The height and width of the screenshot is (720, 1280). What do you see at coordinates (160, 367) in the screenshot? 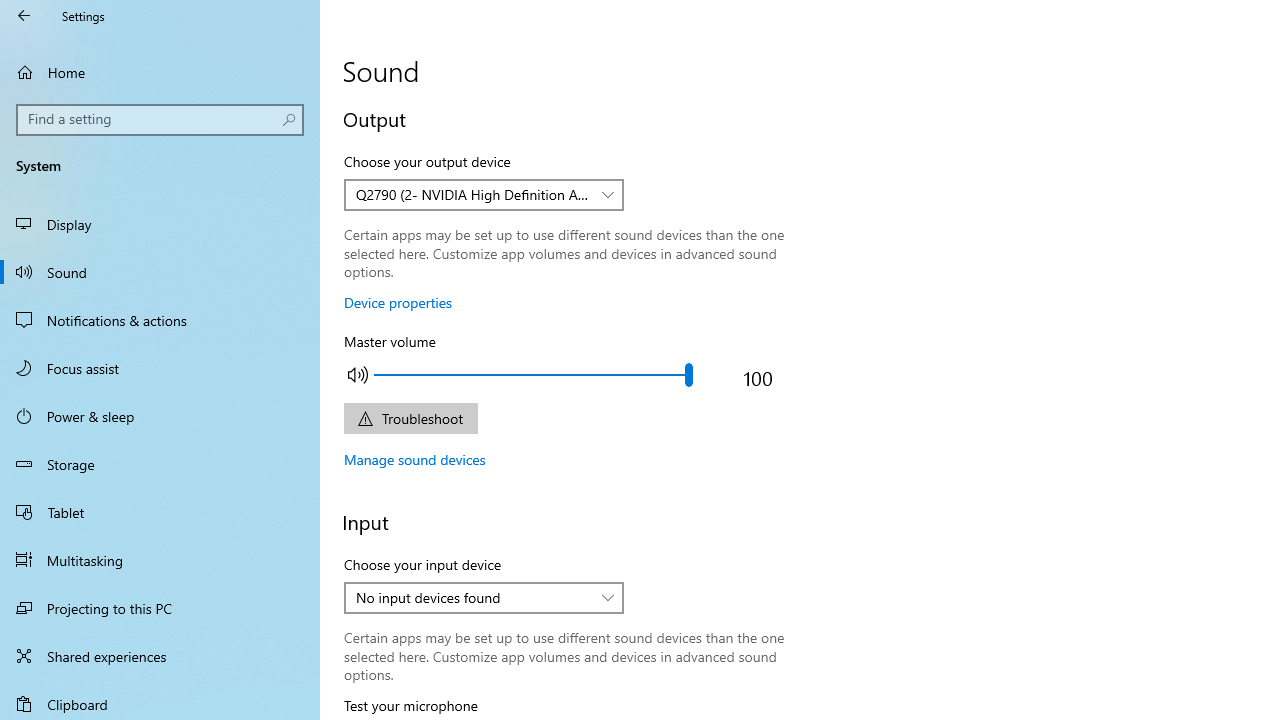
I see `'Focus assist'` at bounding box center [160, 367].